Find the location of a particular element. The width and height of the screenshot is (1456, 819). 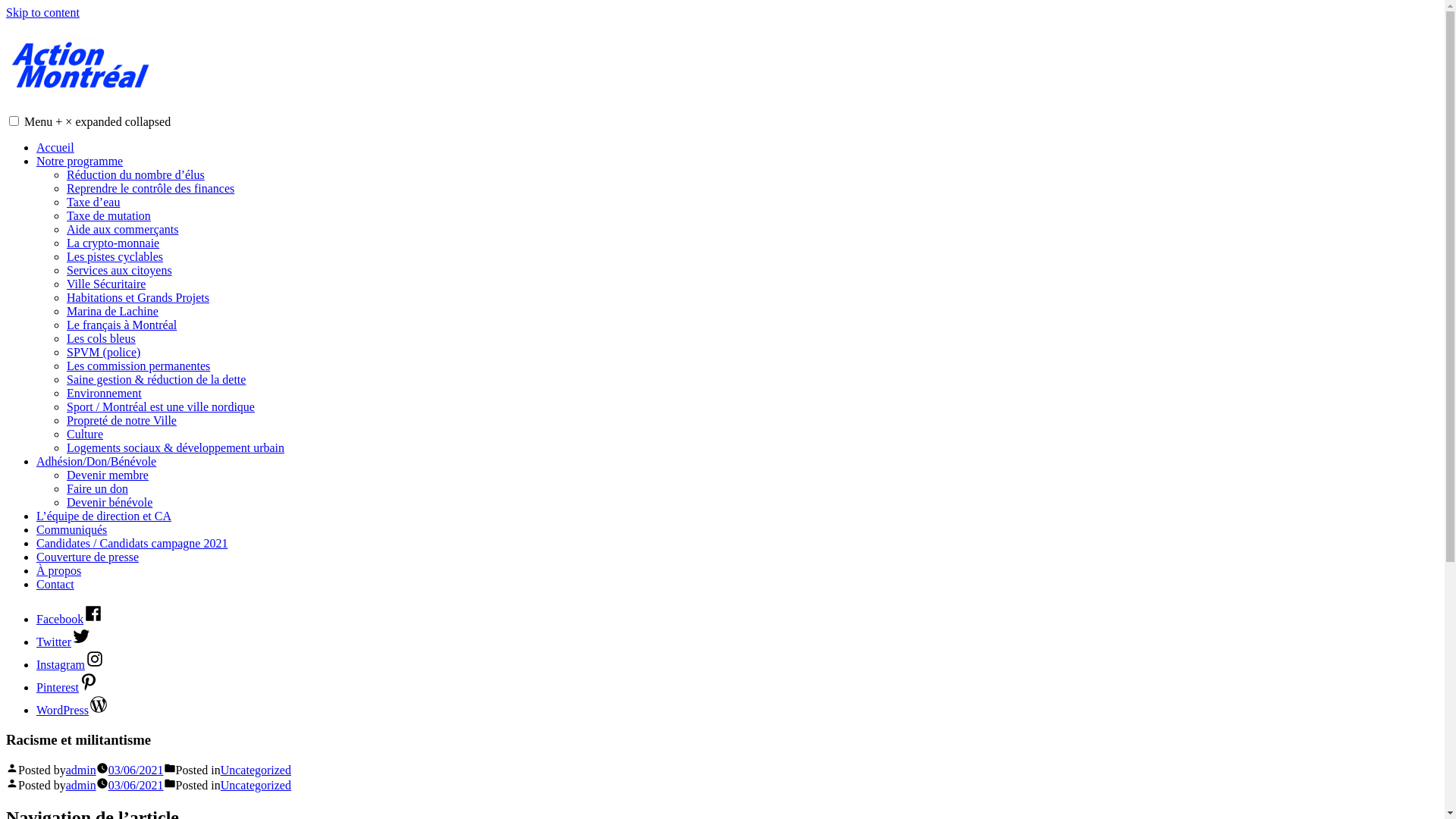

'Candidates / Candidats campagne 2021' is located at coordinates (131, 542).